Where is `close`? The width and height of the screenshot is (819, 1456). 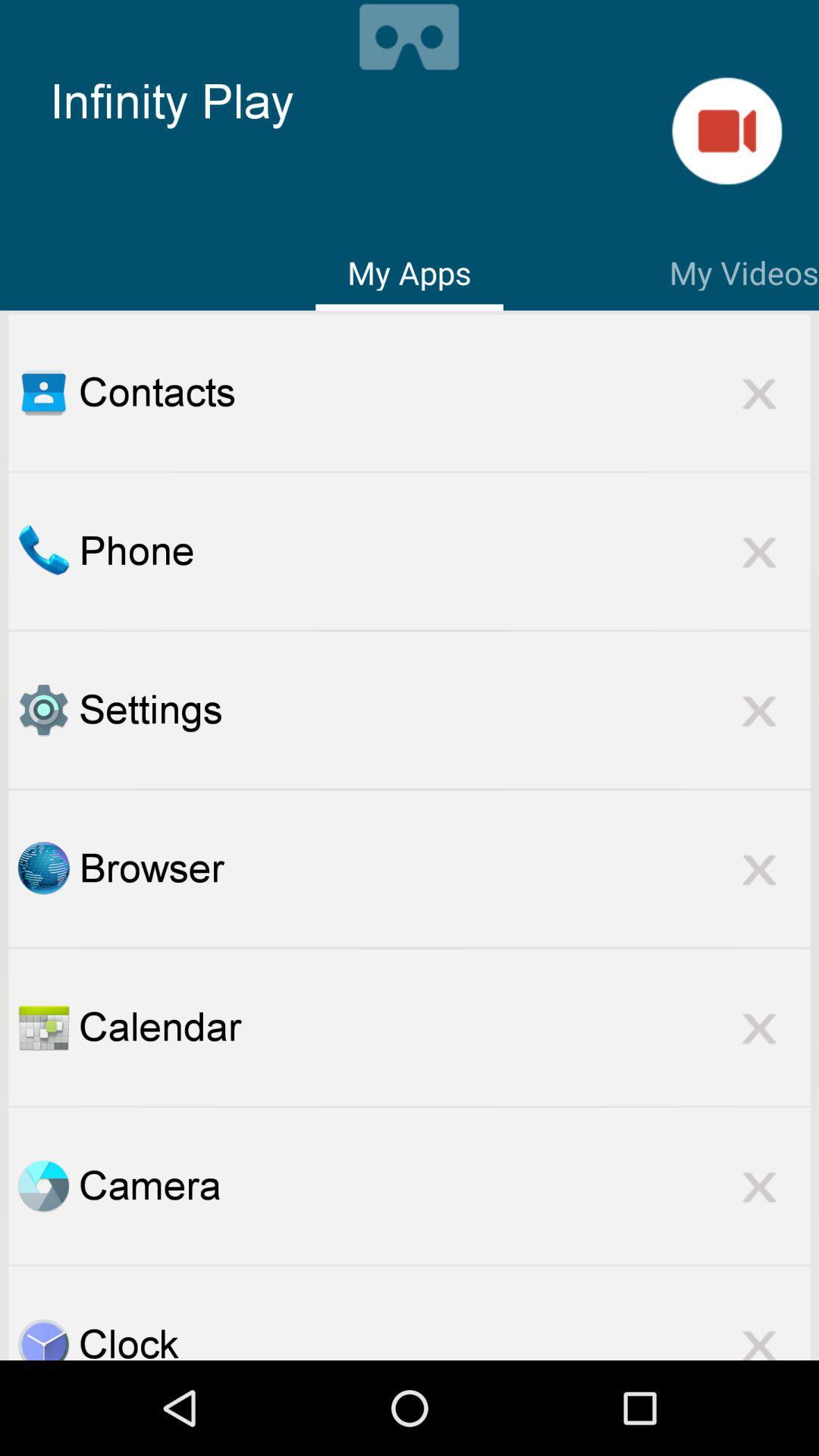 close is located at coordinates (759, 1027).